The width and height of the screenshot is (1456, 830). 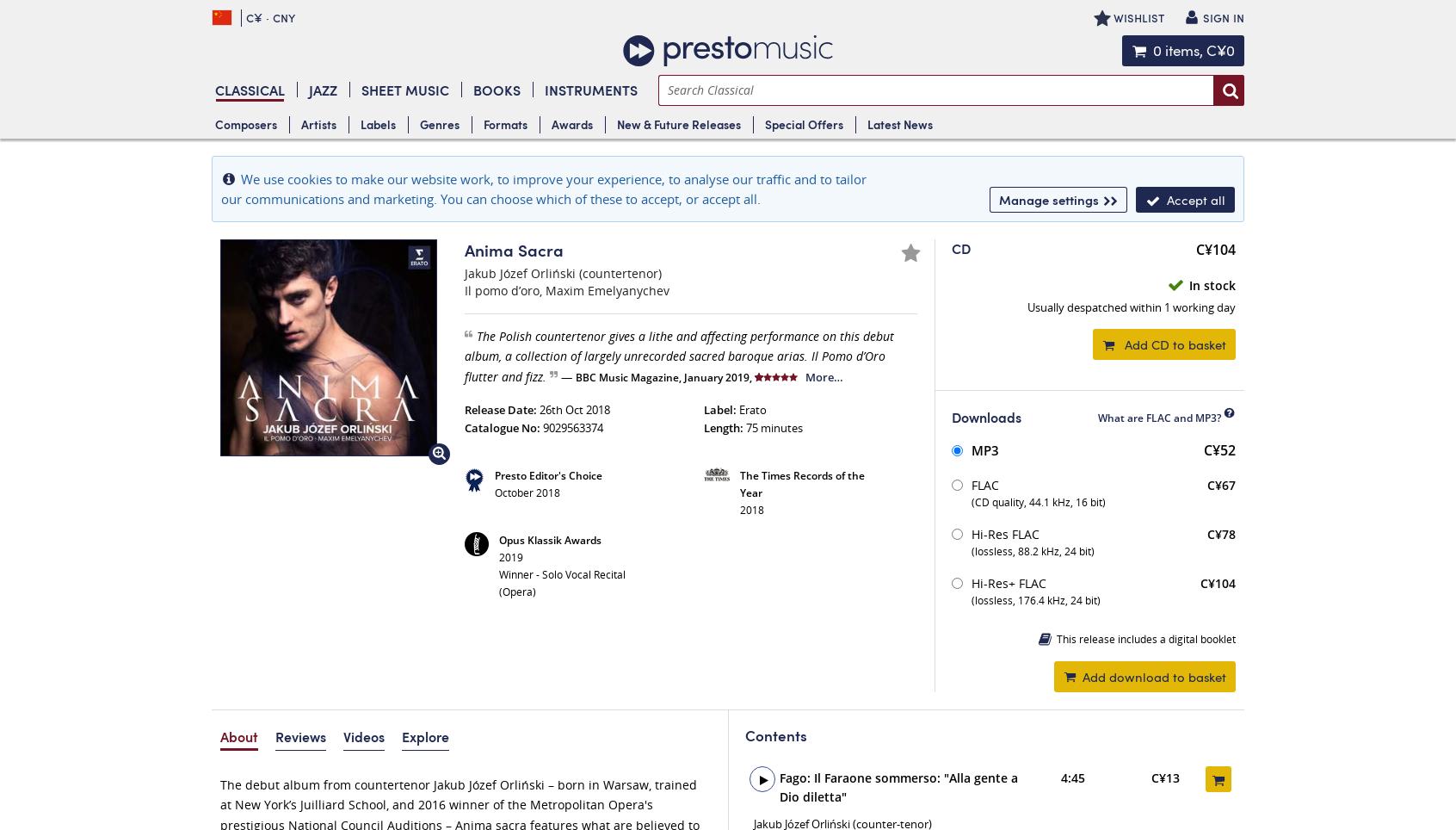 What do you see at coordinates (549, 540) in the screenshot?
I see `'Opus Klassik Awards'` at bounding box center [549, 540].